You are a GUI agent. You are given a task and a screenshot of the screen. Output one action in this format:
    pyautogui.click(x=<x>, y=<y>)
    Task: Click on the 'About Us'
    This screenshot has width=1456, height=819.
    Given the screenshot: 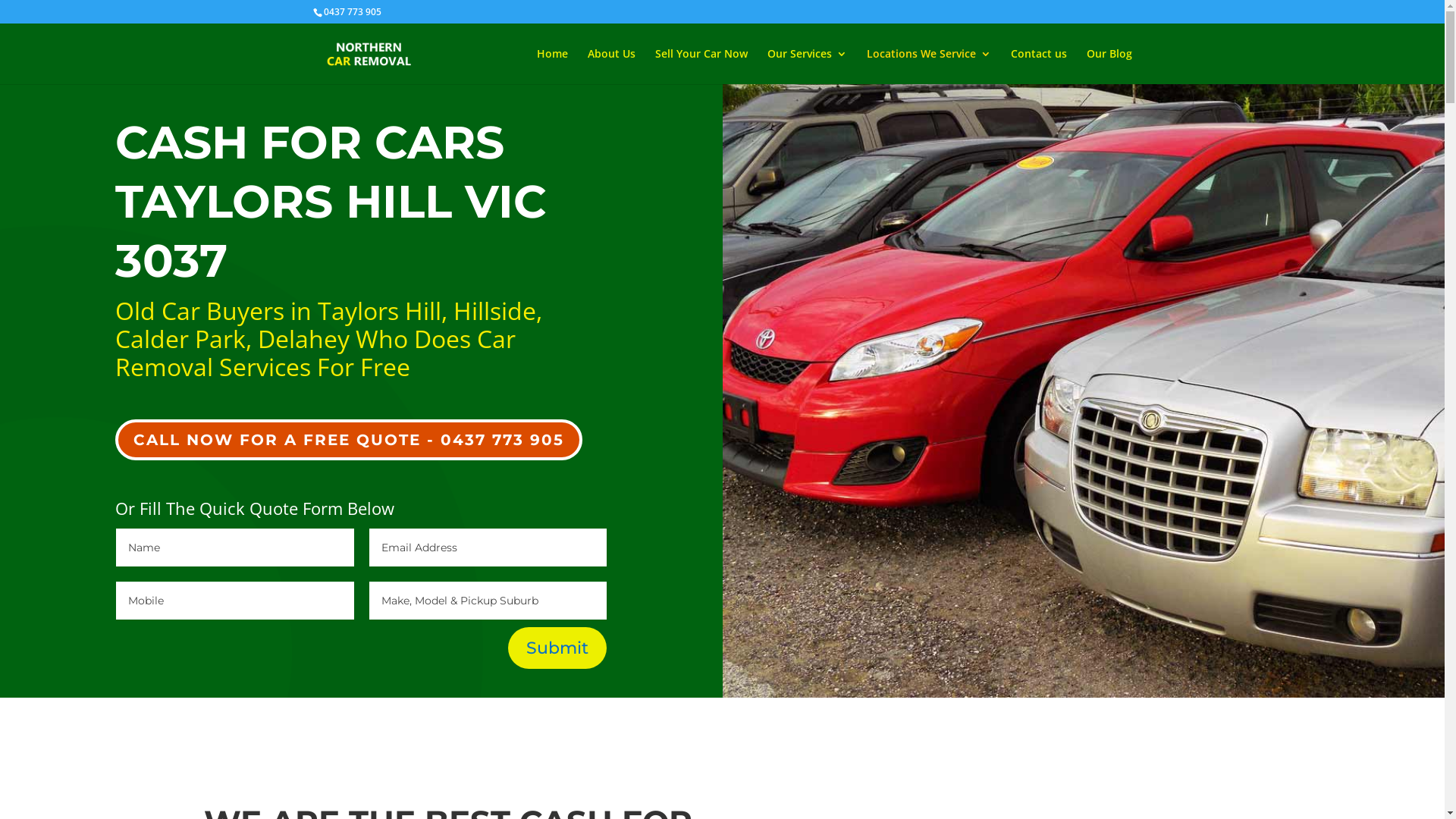 What is the action you would take?
    pyautogui.click(x=610, y=65)
    